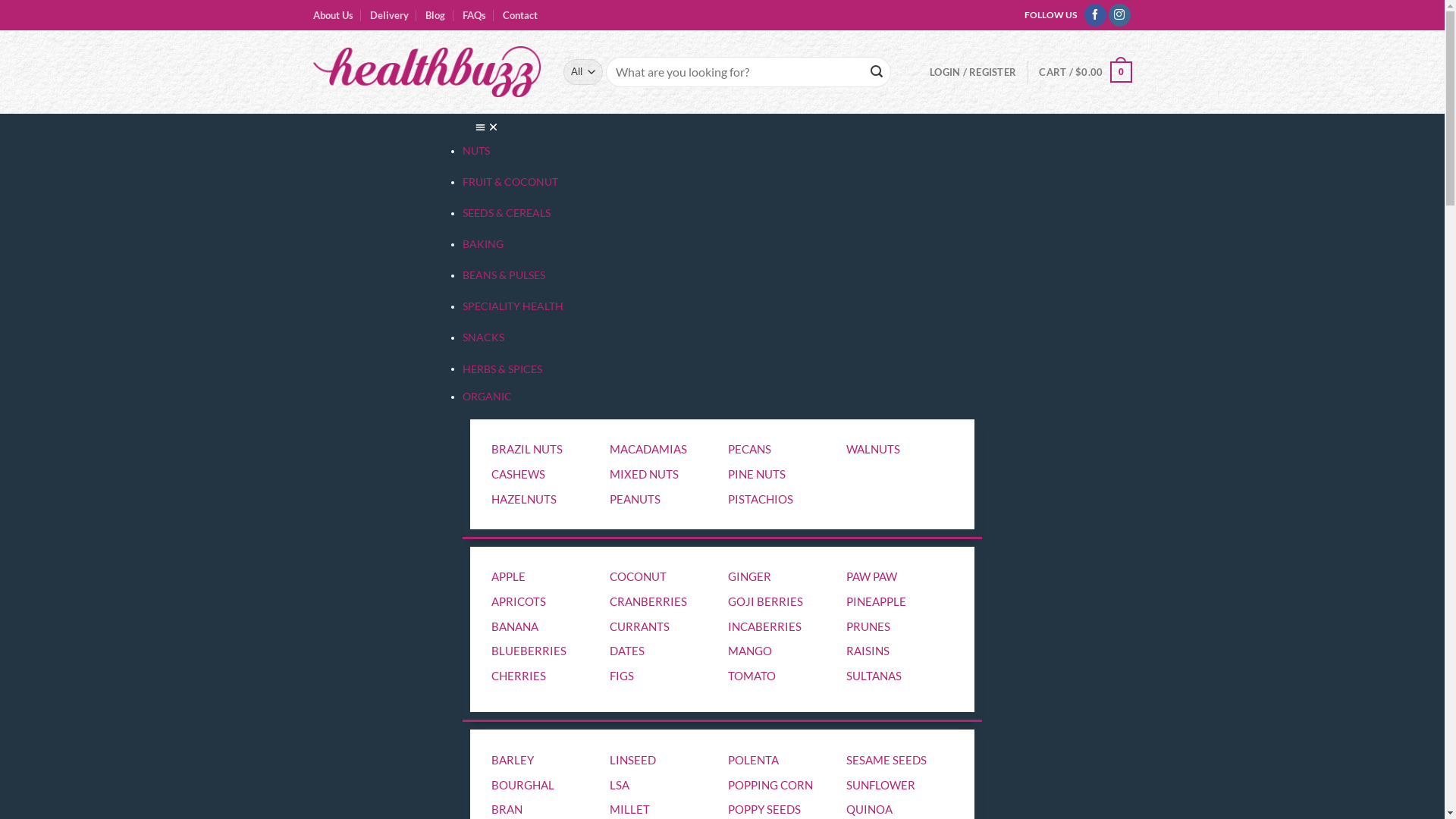 Image resolution: width=1456 pixels, height=819 pixels. Describe the element at coordinates (513, 306) in the screenshot. I see `'SPECIALITY HEALTH'` at that location.